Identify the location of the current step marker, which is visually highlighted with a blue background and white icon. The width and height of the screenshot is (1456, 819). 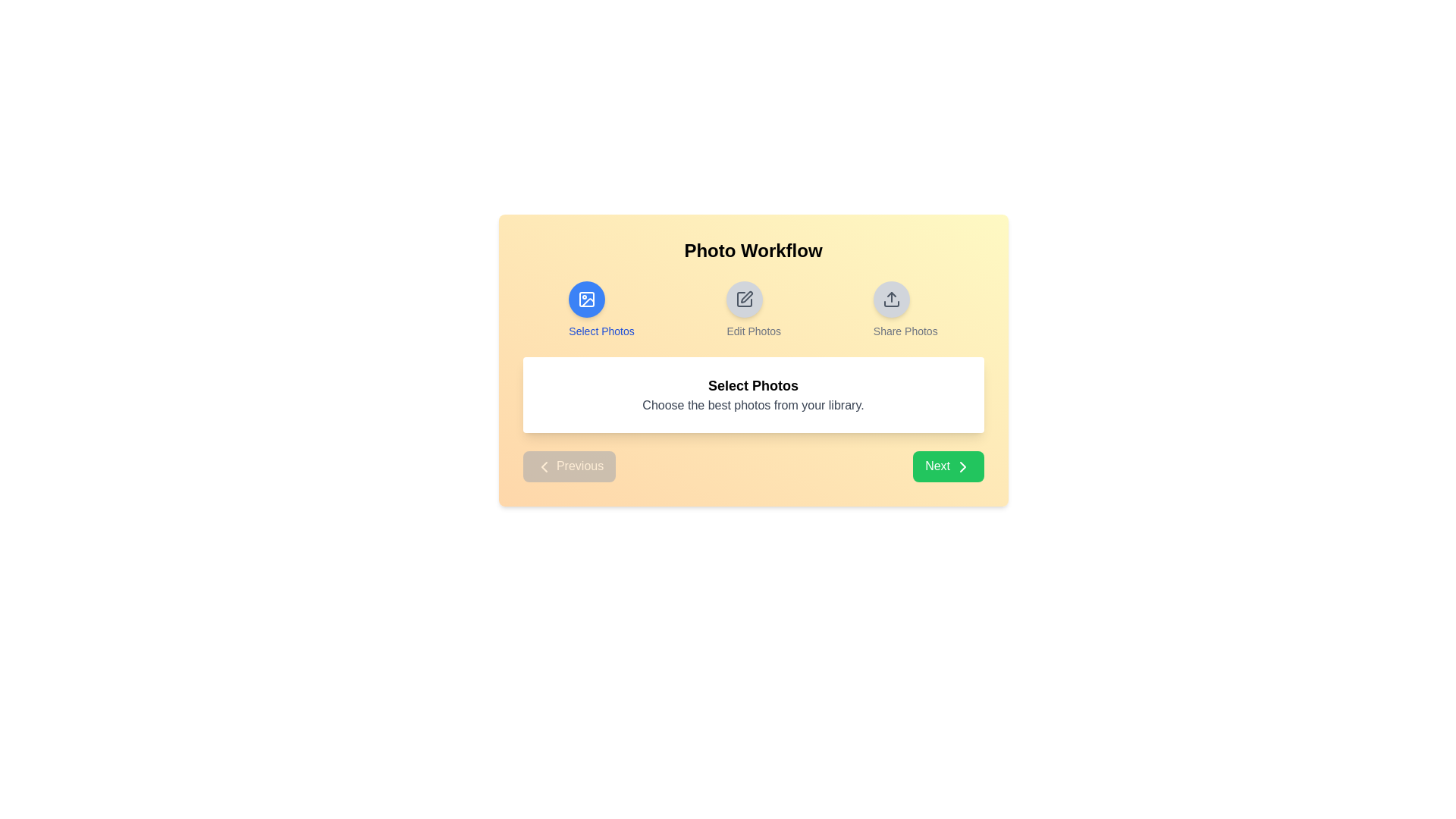
(585, 299).